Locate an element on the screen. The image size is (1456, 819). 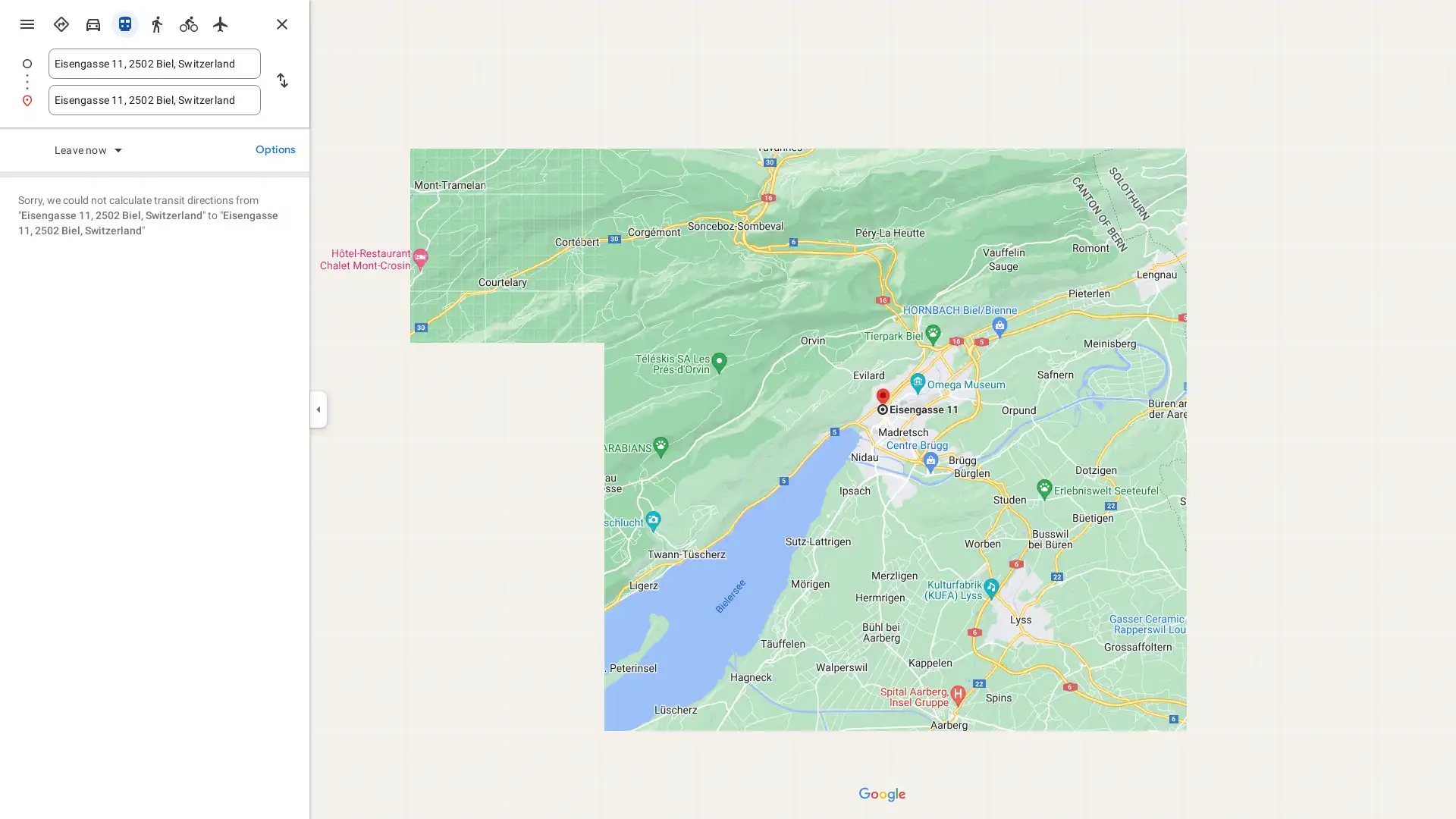
Reverse starting point and destination is located at coordinates (282, 80).